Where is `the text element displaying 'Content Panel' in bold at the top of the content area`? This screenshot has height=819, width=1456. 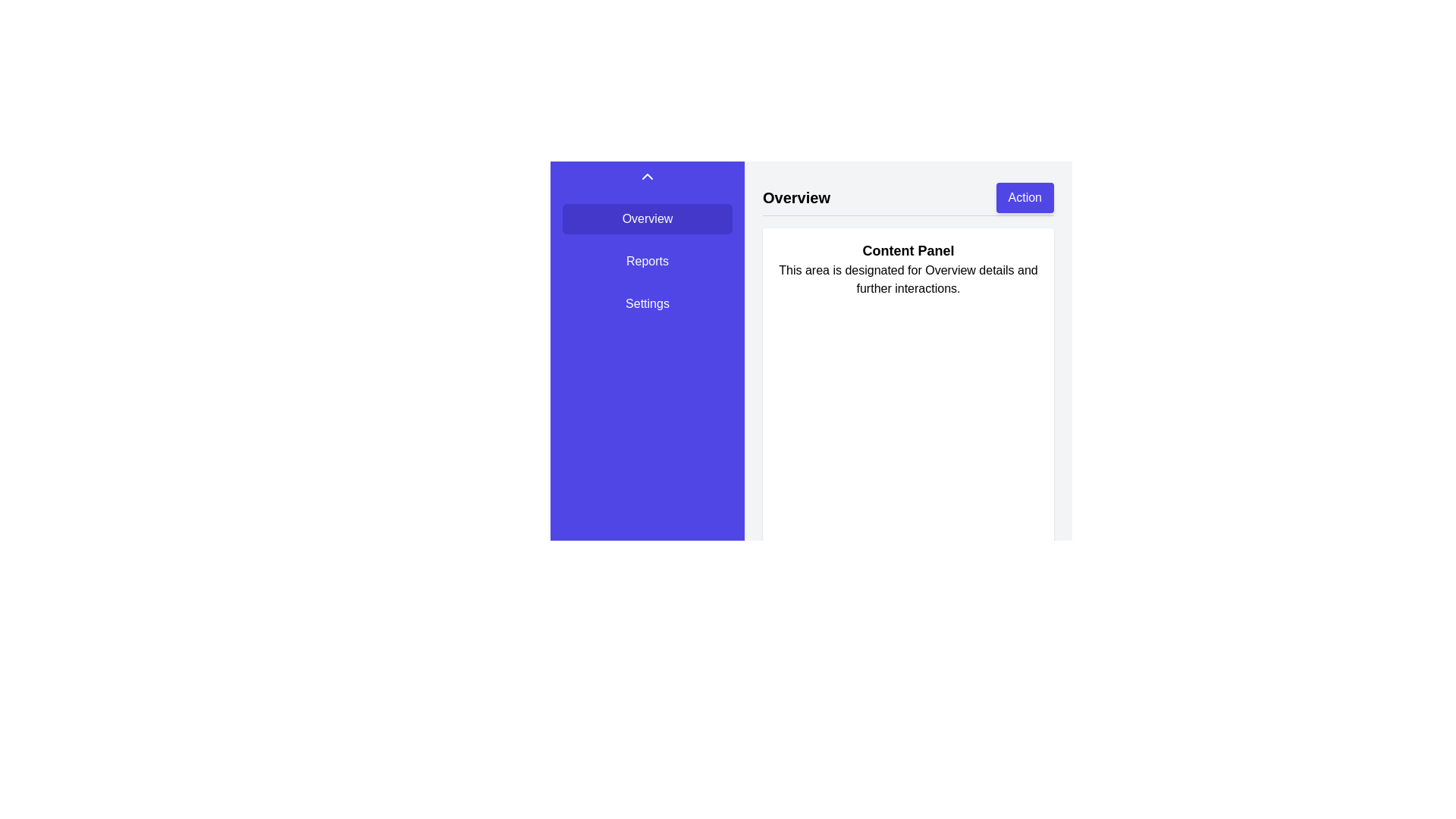
the text element displaying 'Content Panel' in bold at the top of the content area is located at coordinates (908, 250).